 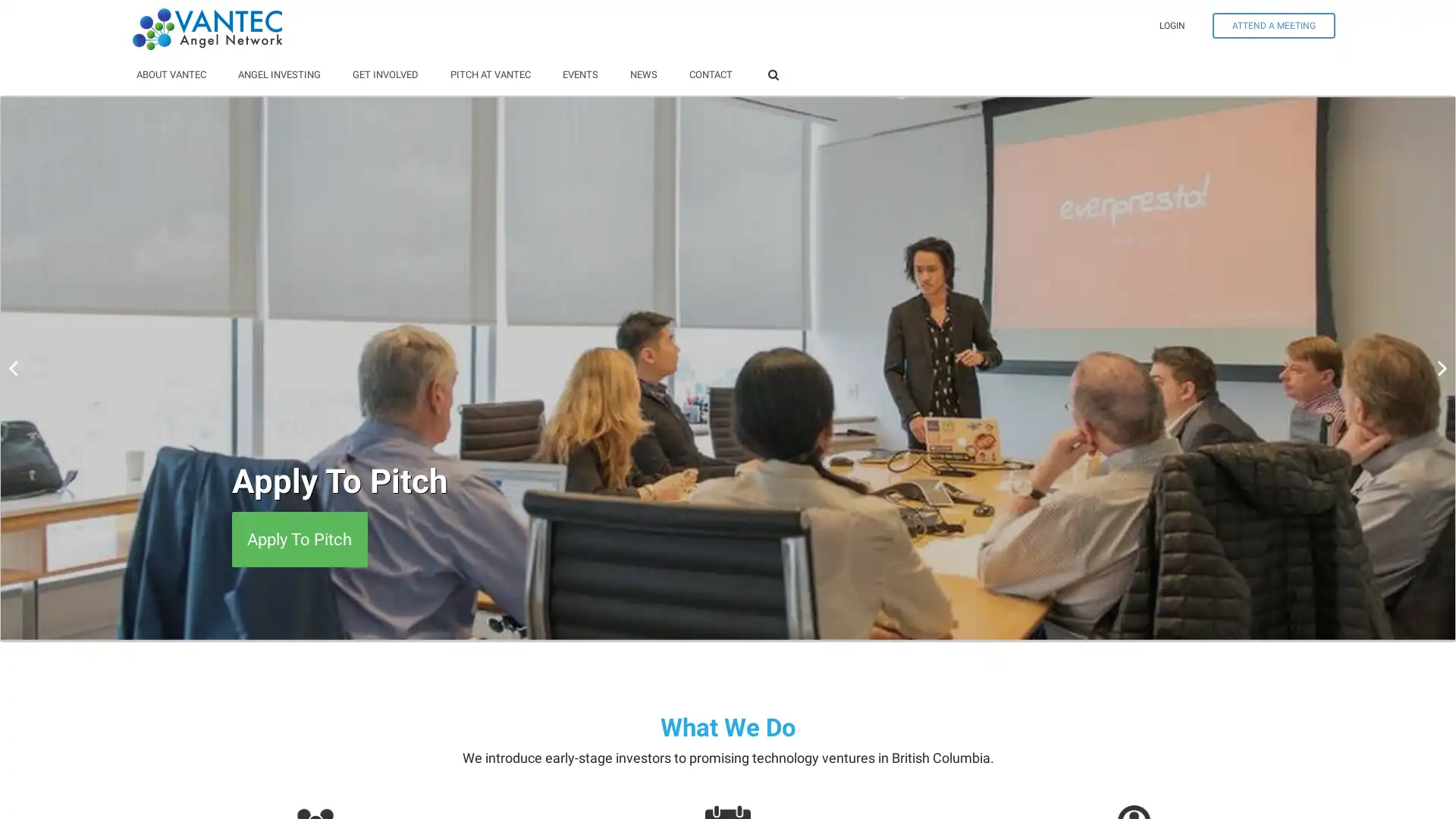 I want to click on Find Out More, so click(x=298, y=538).